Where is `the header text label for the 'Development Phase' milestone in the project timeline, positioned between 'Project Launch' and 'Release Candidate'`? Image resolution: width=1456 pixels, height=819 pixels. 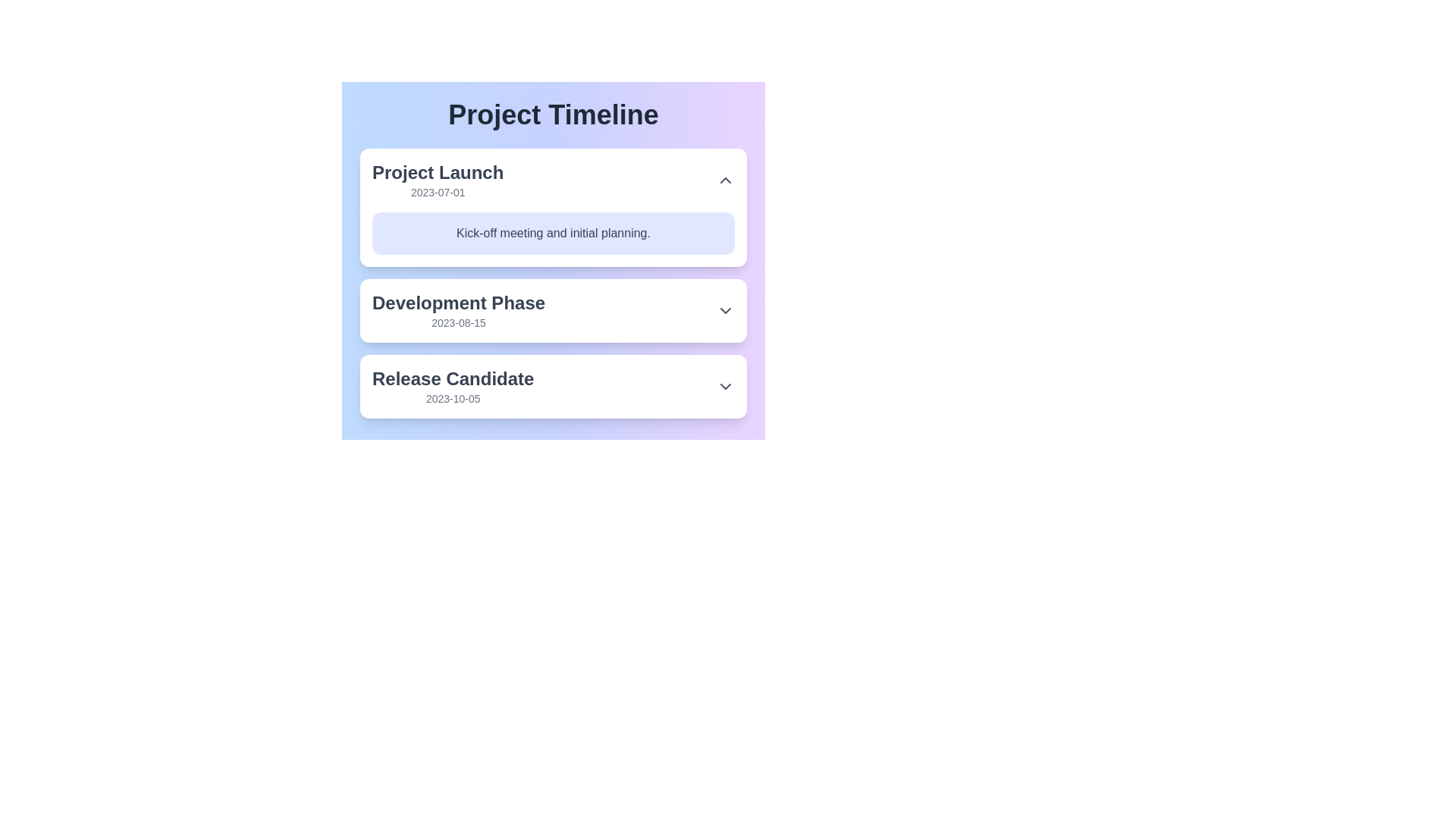 the header text label for the 'Development Phase' milestone in the project timeline, positioned between 'Project Launch' and 'Release Candidate' is located at coordinates (457, 303).